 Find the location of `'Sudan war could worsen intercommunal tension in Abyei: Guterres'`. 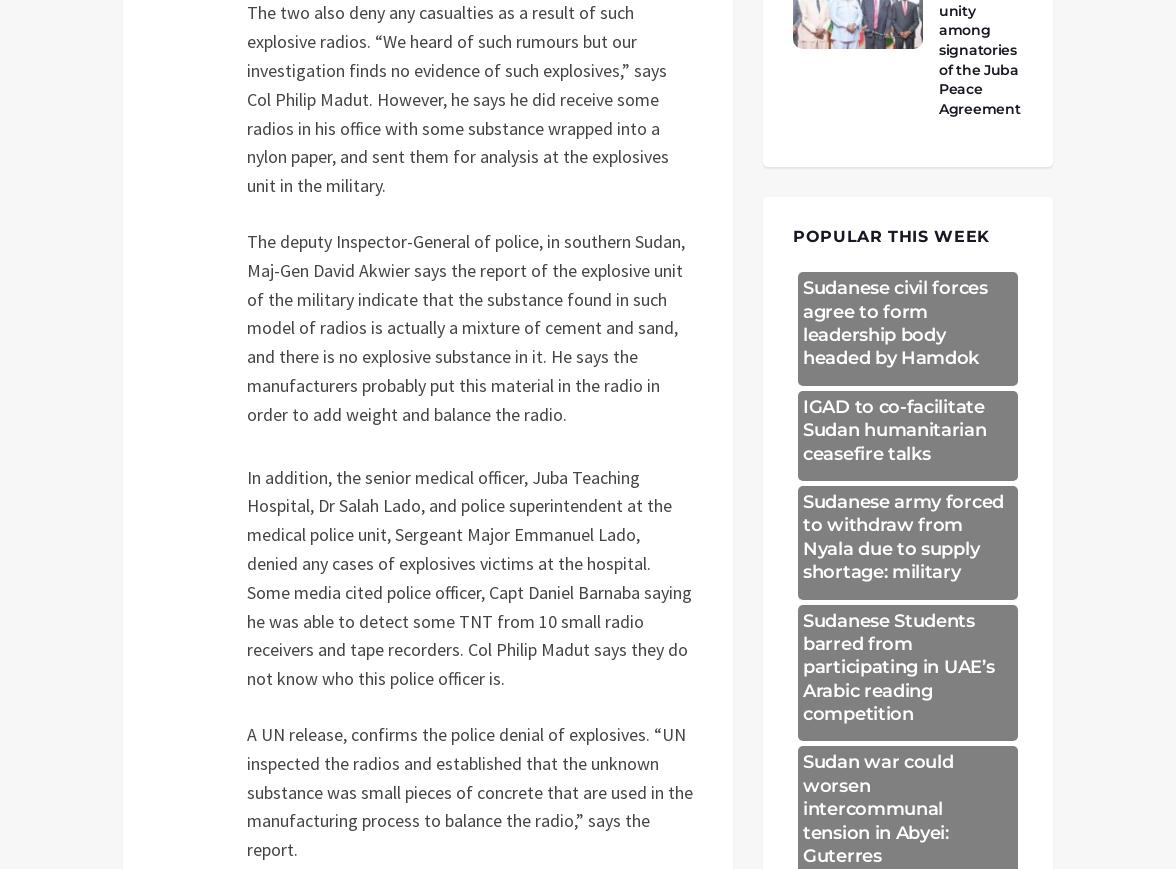

'Sudan war could worsen intercommunal tension in Abyei: Guterres' is located at coordinates (878, 809).